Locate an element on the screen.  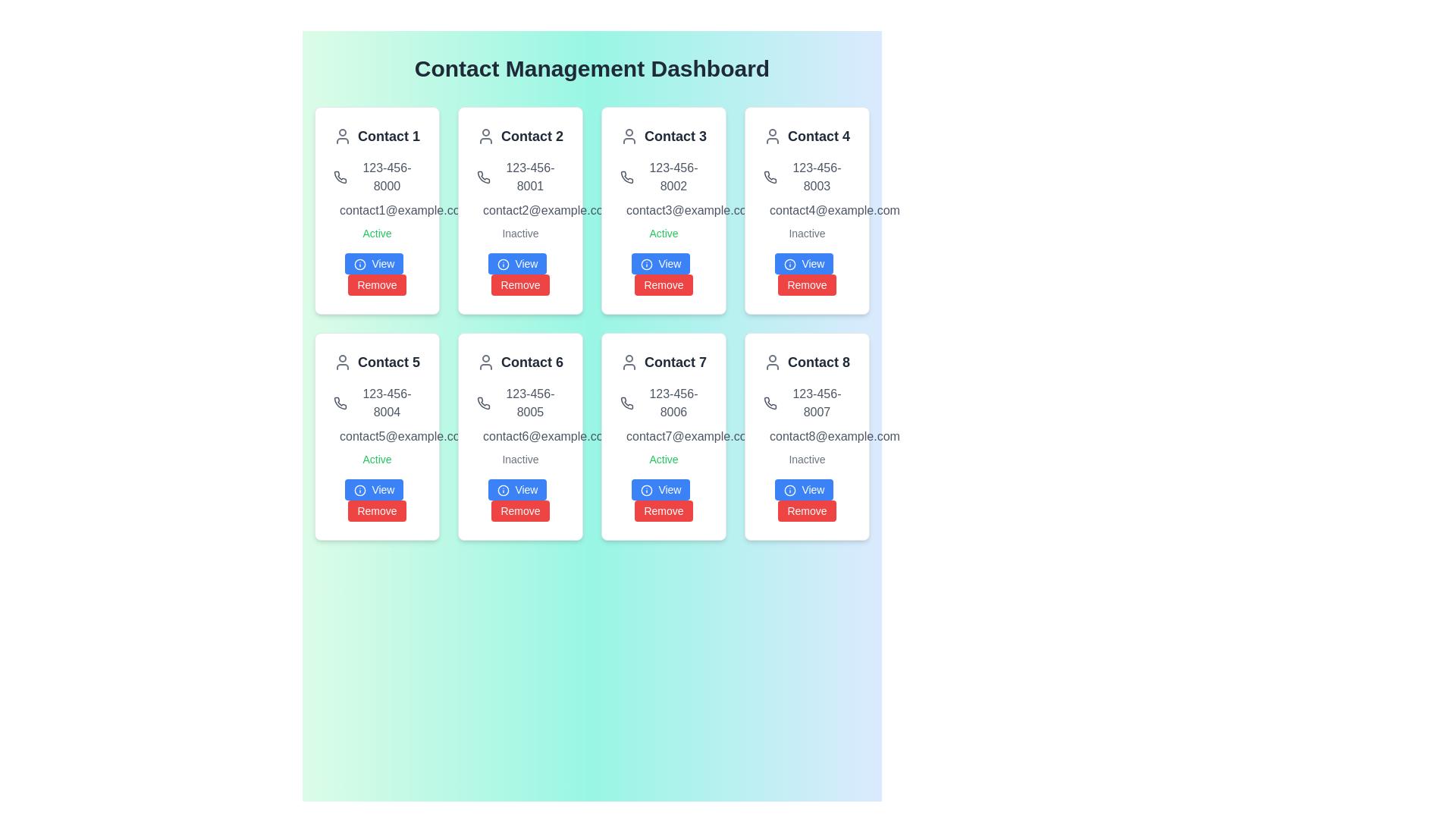
the static text header at the top-center of the dashboard interface, which serves as the title for the page is located at coordinates (591, 69).